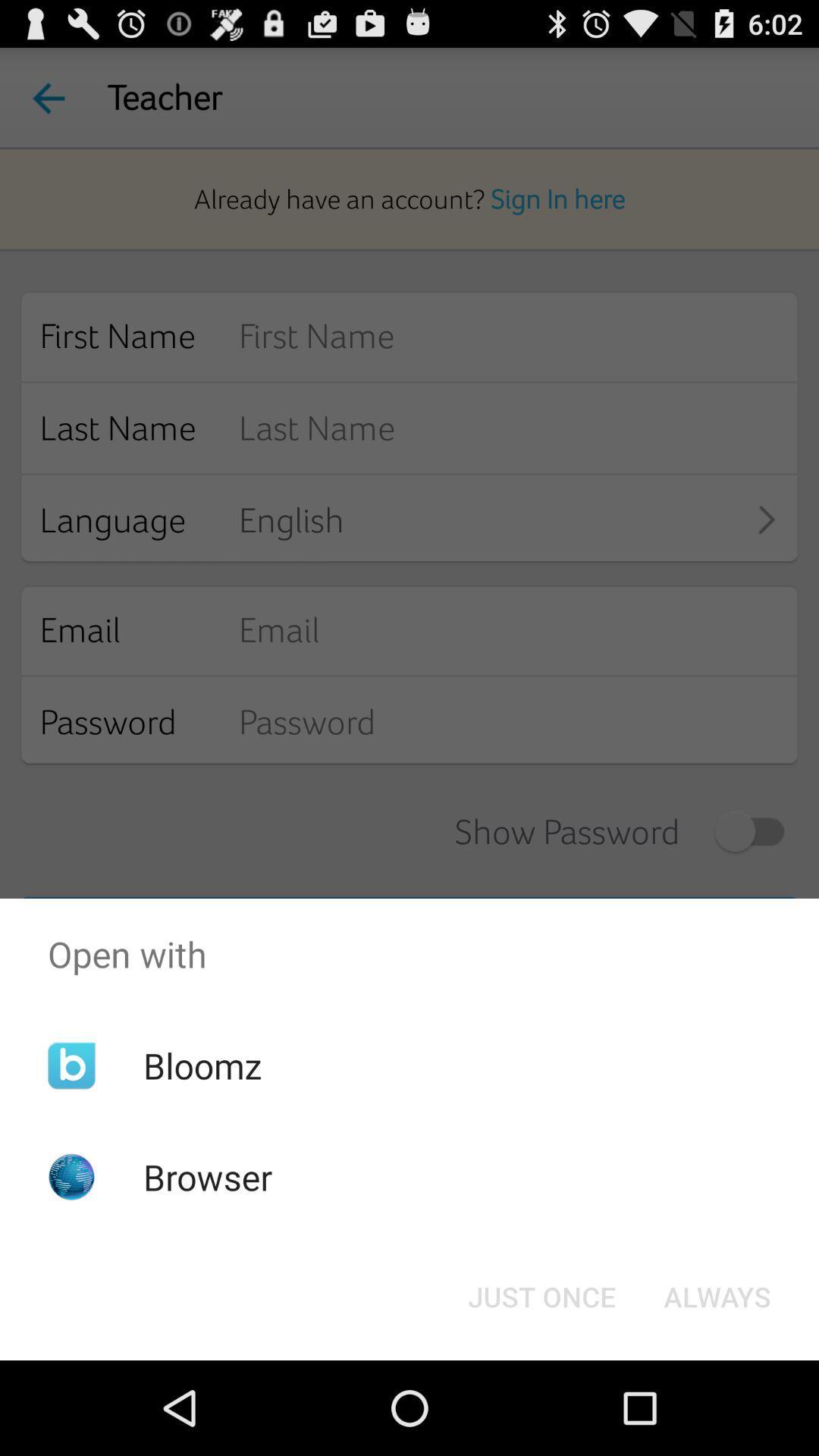  What do you see at coordinates (202, 1065) in the screenshot?
I see `icon above browser app` at bounding box center [202, 1065].